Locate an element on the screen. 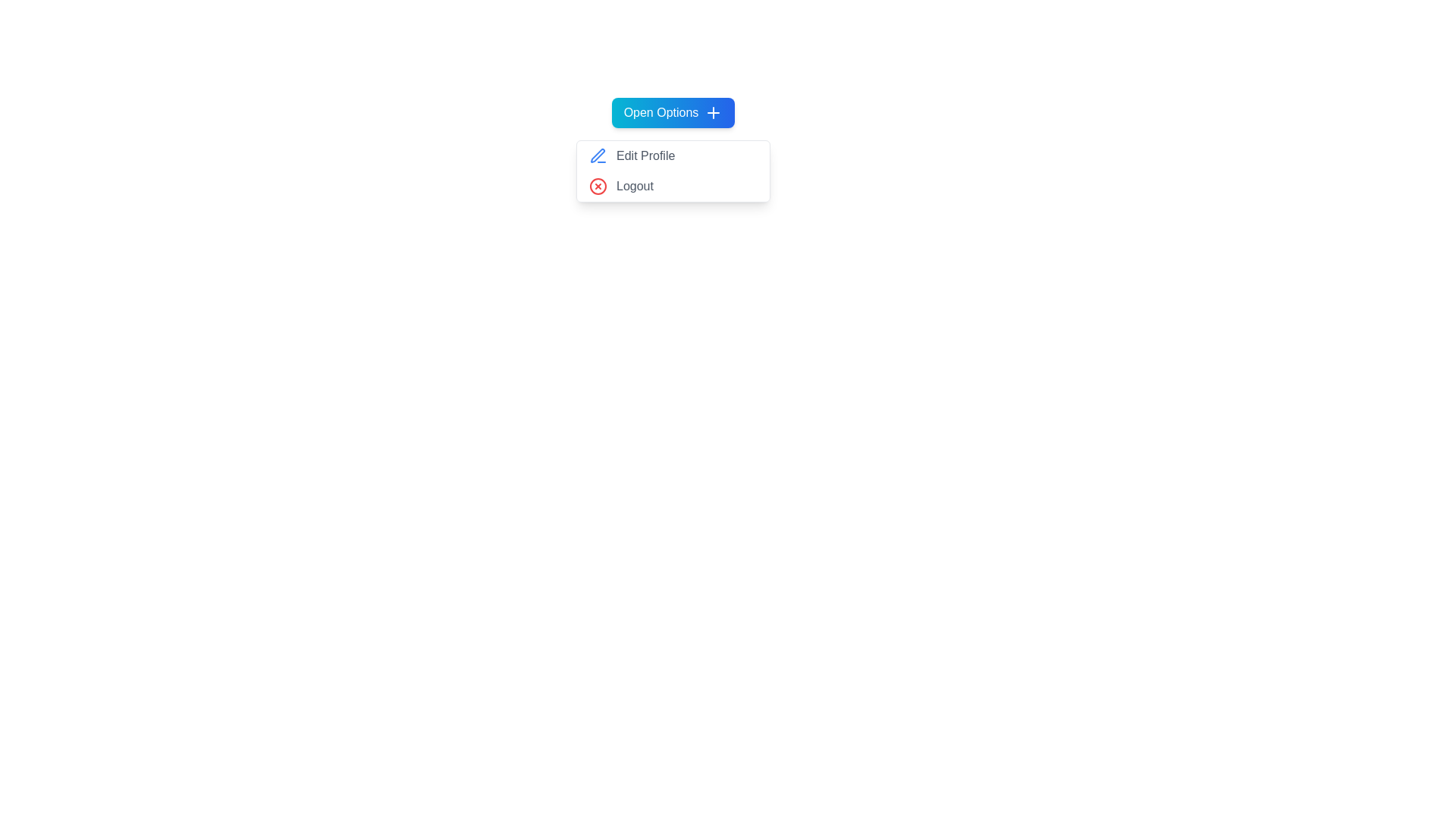 The image size is (1456, 819). the 'Logout' option in the dropdown menu is located at coordinates (673, 186).